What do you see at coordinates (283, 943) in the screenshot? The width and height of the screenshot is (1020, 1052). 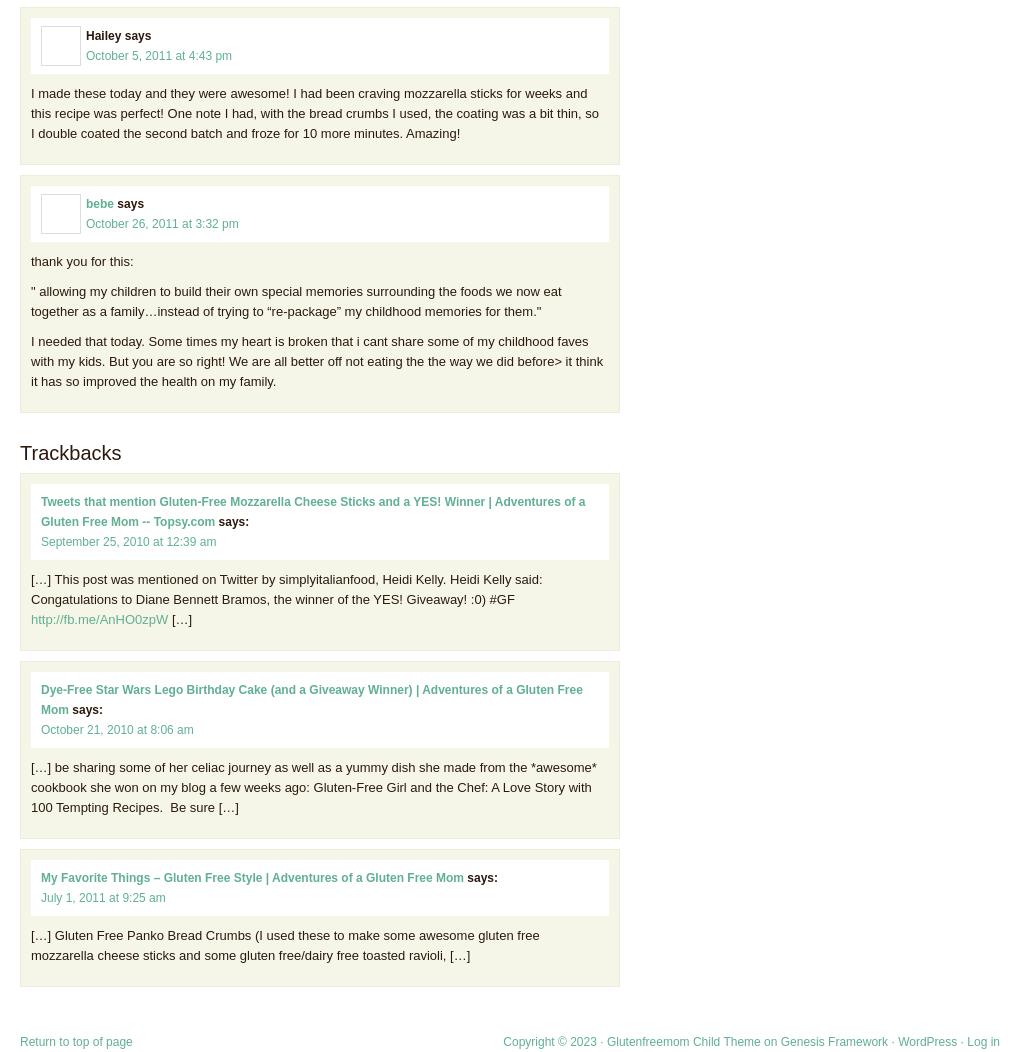 I see `'[…] Gluten Free Panko Bread Crumbs (I used these to make some awesome gluten free mozzarella cheese sticks and some gluten free/dairy free toasted ravioli, […]'` at bounding box center [283, 943].